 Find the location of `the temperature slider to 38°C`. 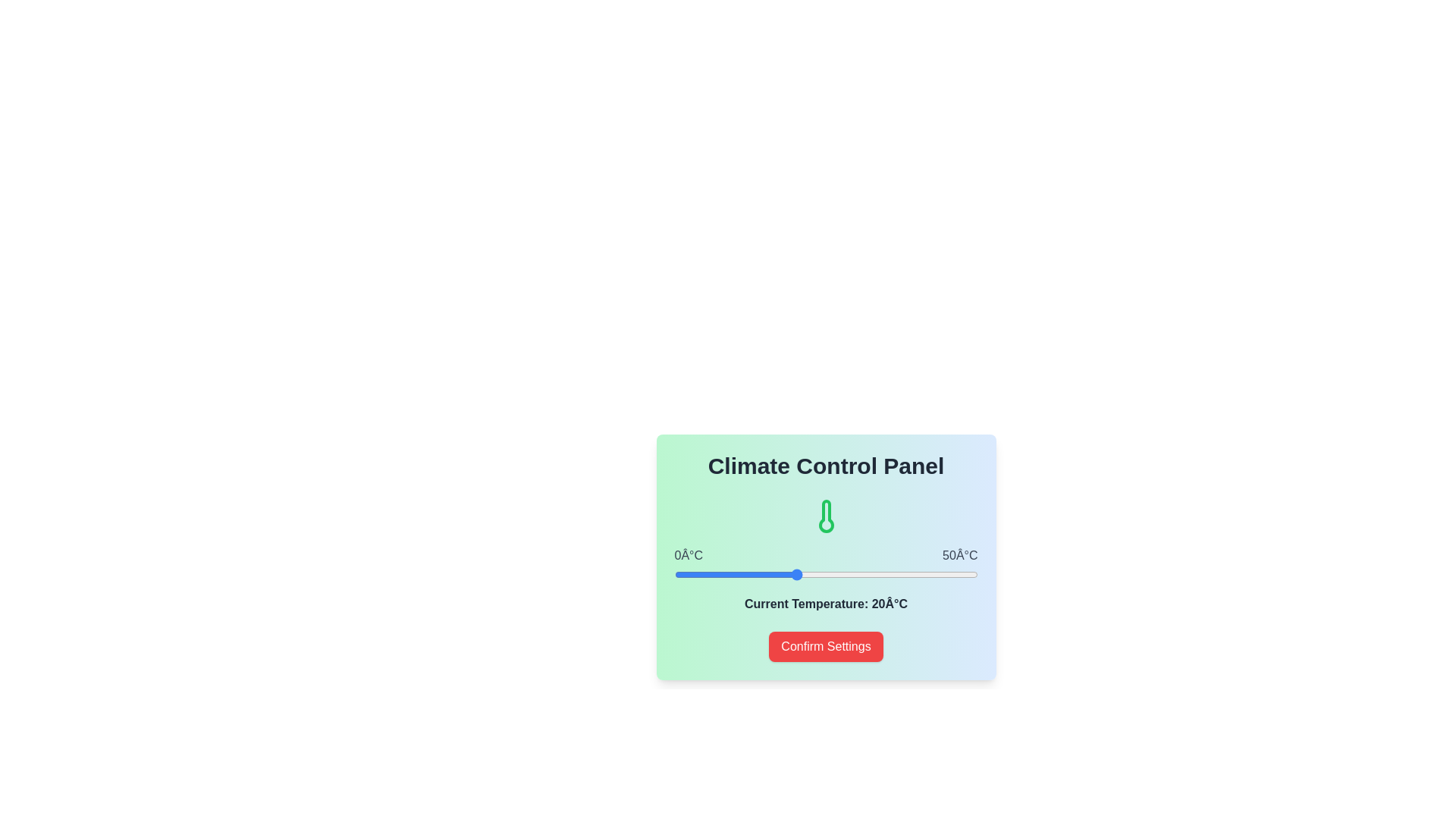

the temperature slider to 38°C is located at coordinates (905, 575).